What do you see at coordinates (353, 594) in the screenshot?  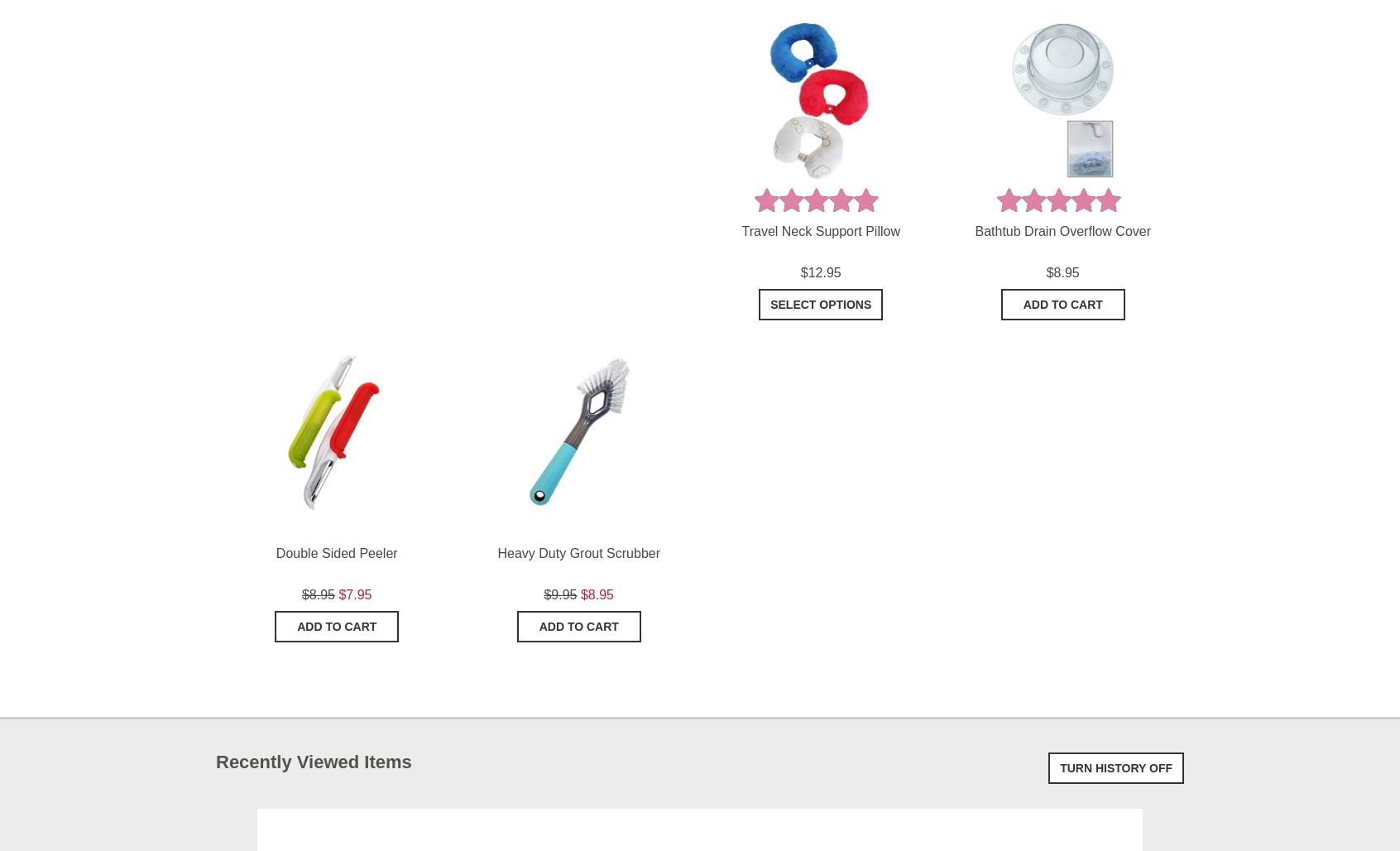 I see `'$7.95'` at bounding box center [353, 594].